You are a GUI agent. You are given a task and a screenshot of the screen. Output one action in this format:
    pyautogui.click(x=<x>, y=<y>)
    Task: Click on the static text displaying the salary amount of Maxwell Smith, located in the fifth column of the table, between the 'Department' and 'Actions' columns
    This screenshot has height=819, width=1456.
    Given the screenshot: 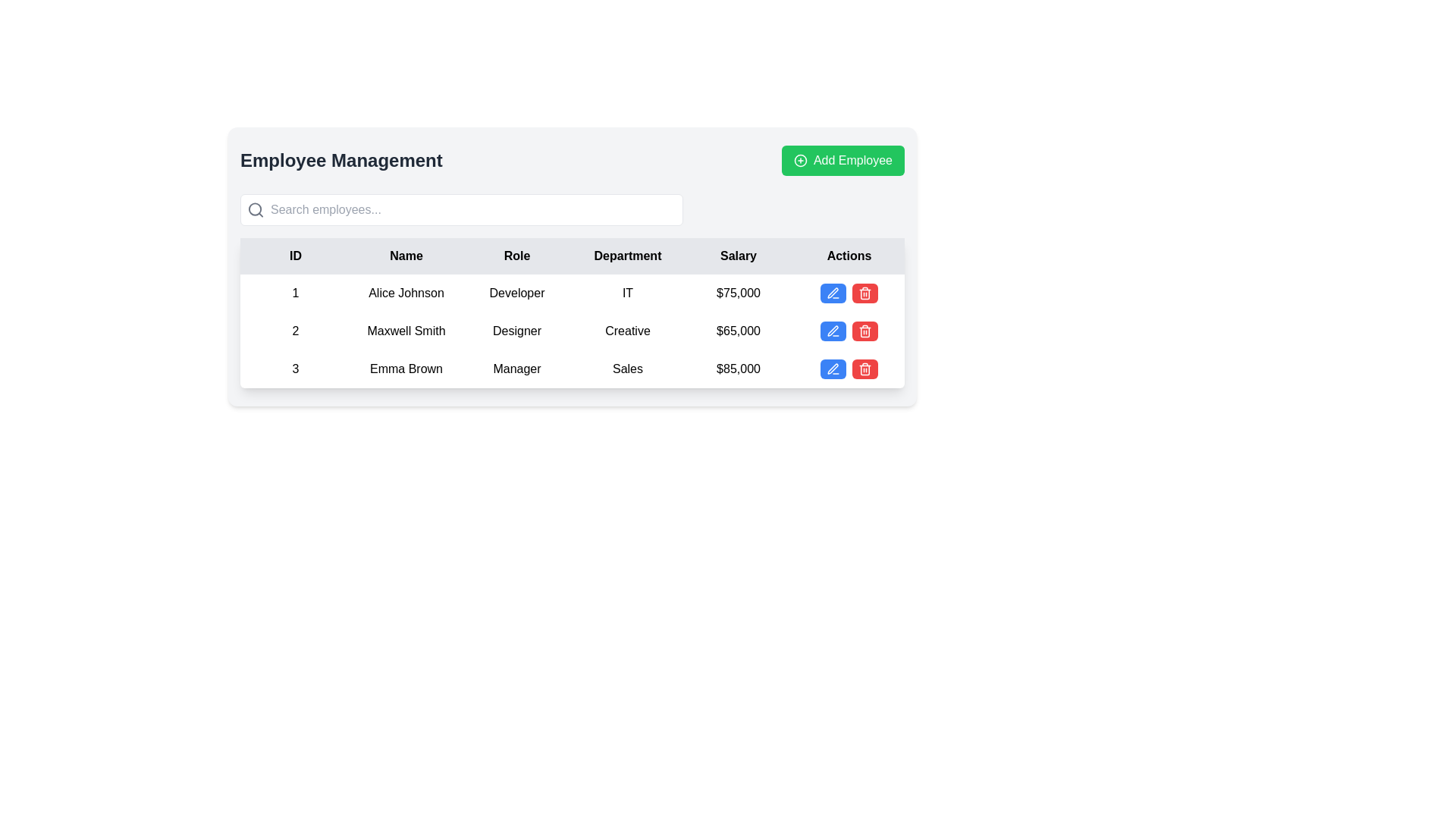 What is the action you would take?
    pyautogui.click(x=739, y=330)
    